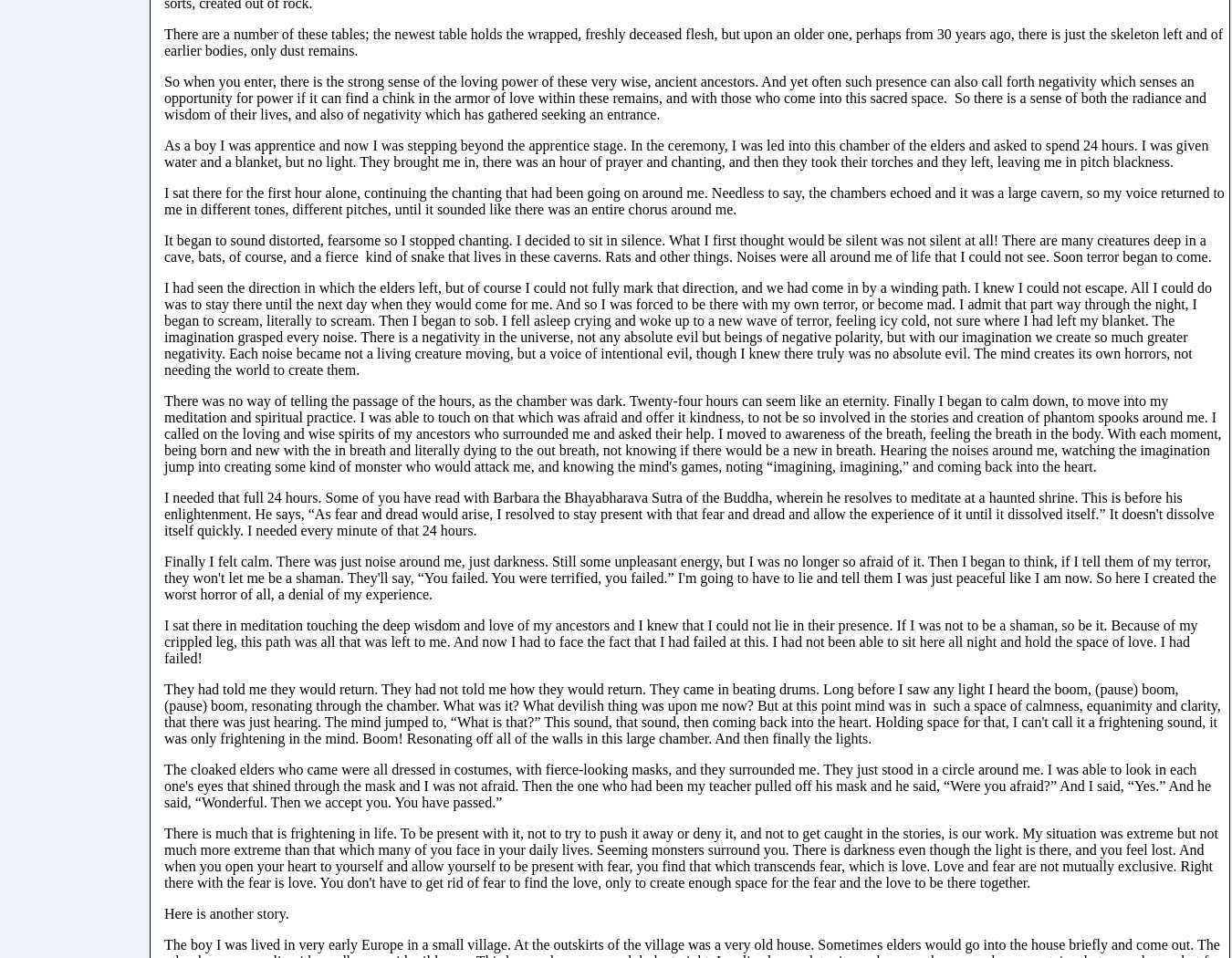 Image resolution: width=1232 pixels, height=958 pixels. What do you see at coordinates (684, 97) in the screenshot?
I see `'So when you enter, there is the strong sense of the loving power of these very wise, ancient ancestors. And yet often such presence can also call forth negativity which senses an opportunity for power if it can find a chink in the armor of love within these remains, and with those who come into this sacred space.  So there is a sense of both the radiance and wisdom of their lives, and also of negativity which has gathered seeking an entrance.'` at bounding box center [684, 97].